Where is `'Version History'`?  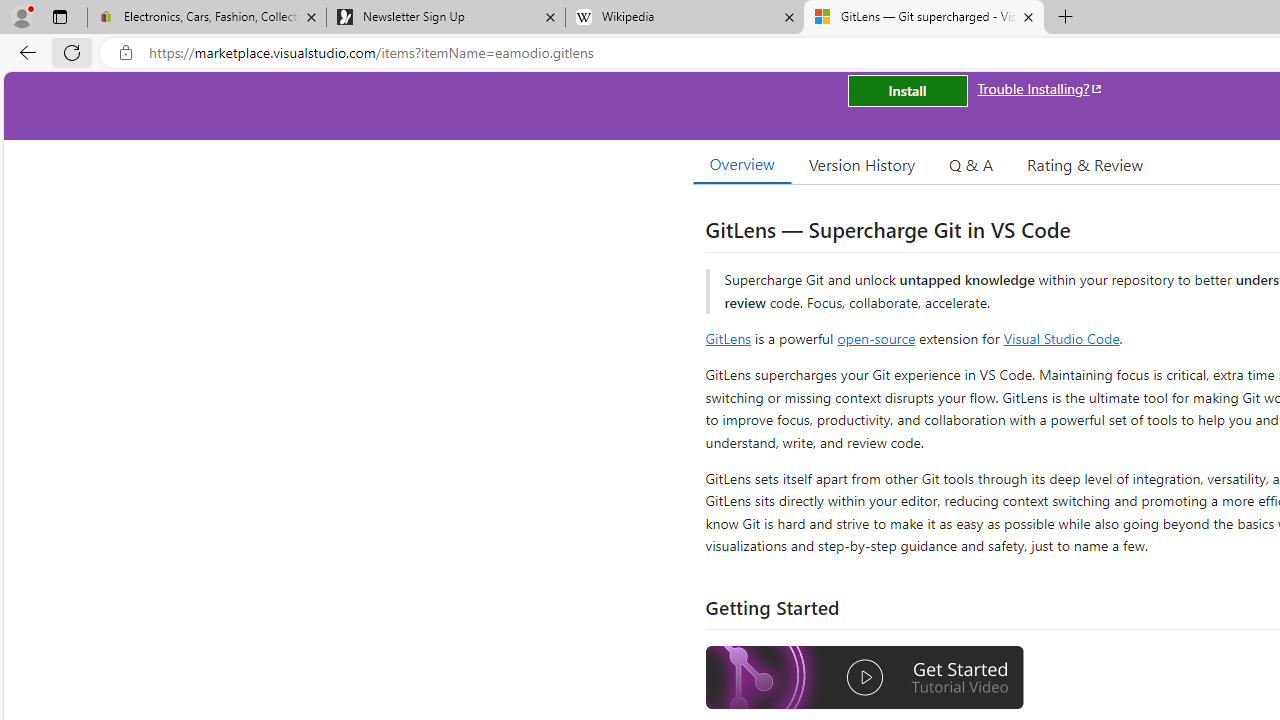 'Version History' is located at coordinates (862, 163).